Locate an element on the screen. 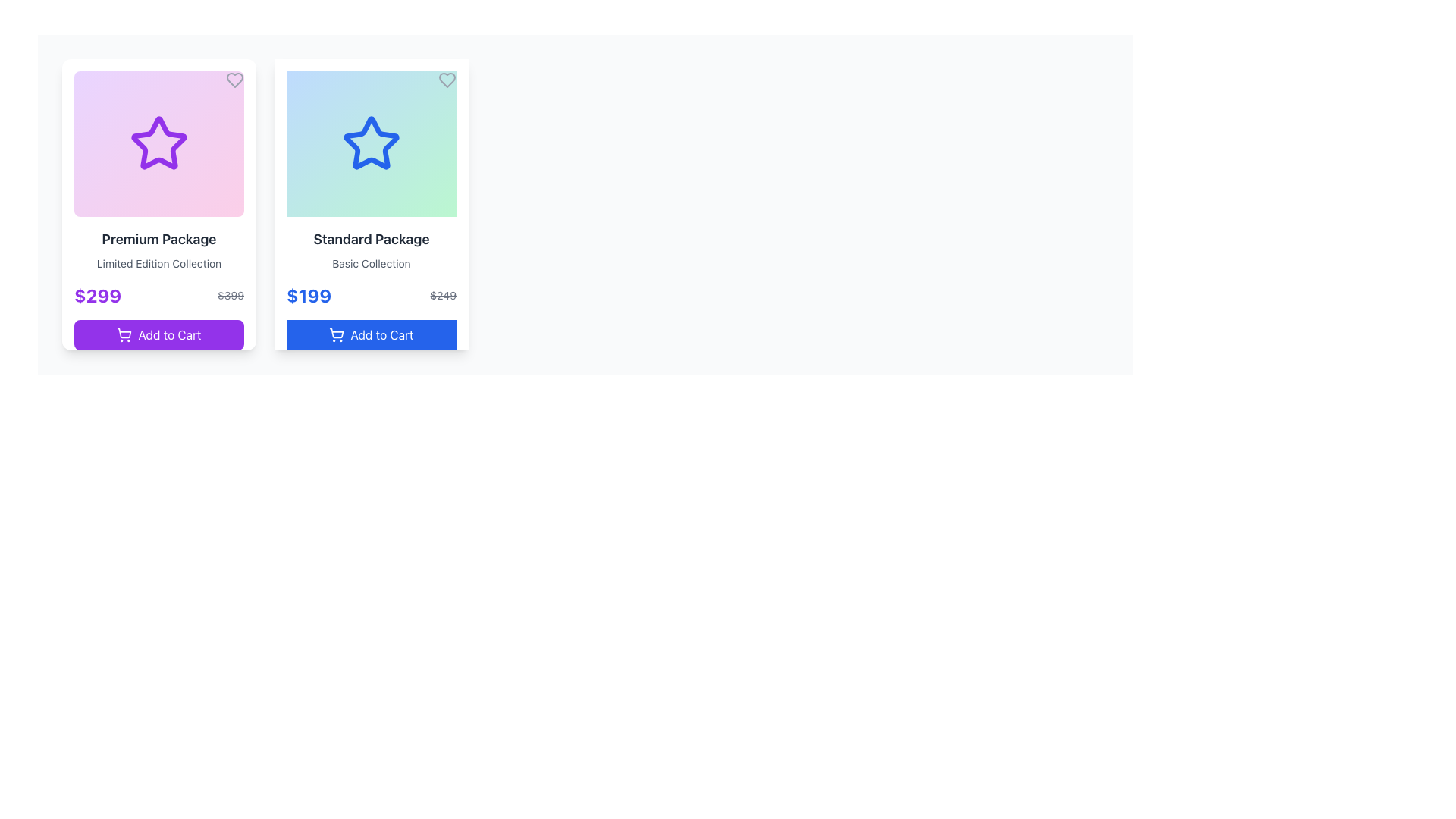 The image size is (1456, 819). the price label displaying '$299' in bold, large purple text at the bottom left corner of the 'Premium Package' card is located at coordinates (97, 295).